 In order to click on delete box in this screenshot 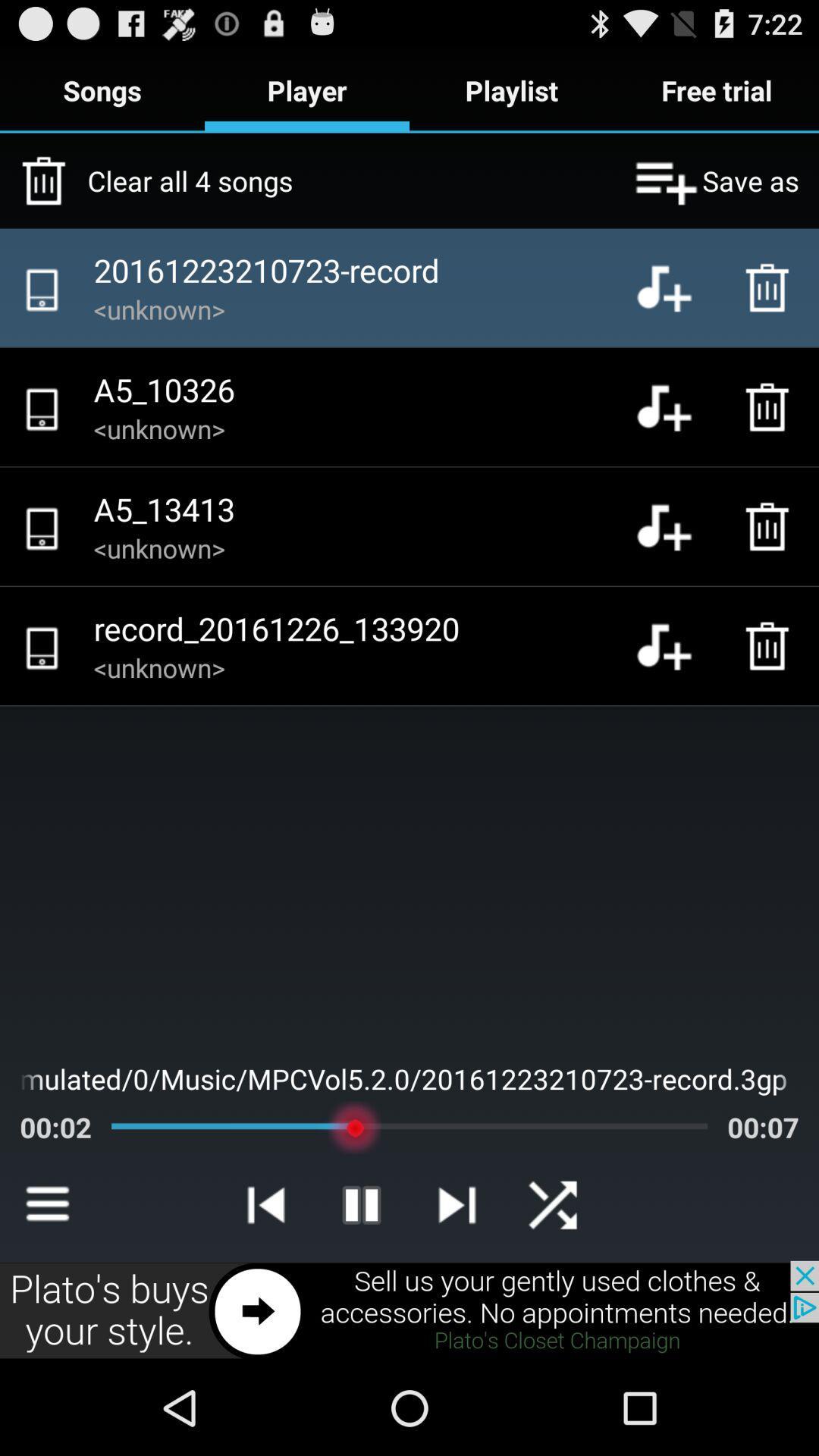, I will do `click(771, 645)`.